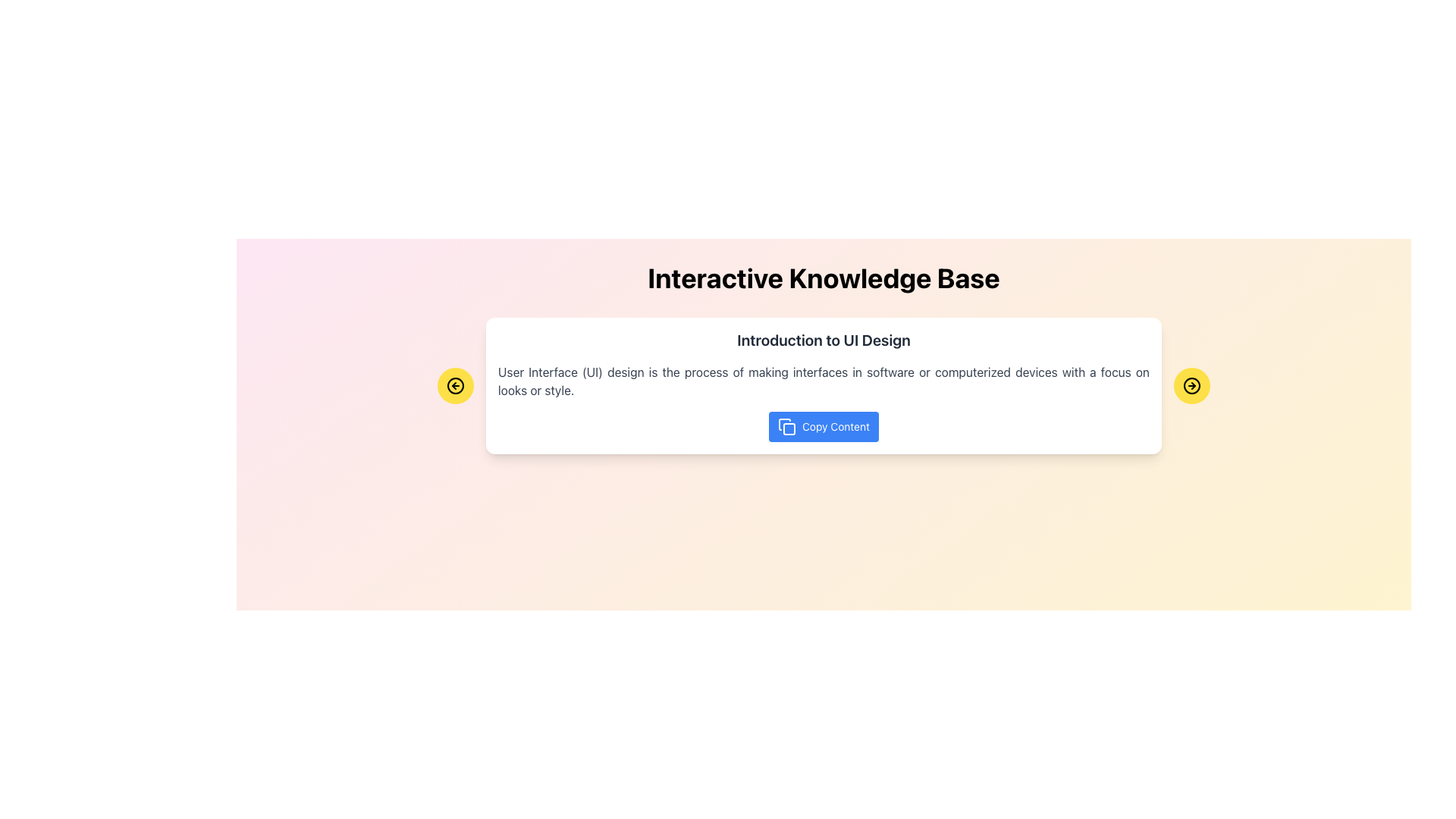 The height and width of the screenshot is (819, 1456). I want to click on the 'Copy Content' button with a blue background and white text, so click(823, 427).